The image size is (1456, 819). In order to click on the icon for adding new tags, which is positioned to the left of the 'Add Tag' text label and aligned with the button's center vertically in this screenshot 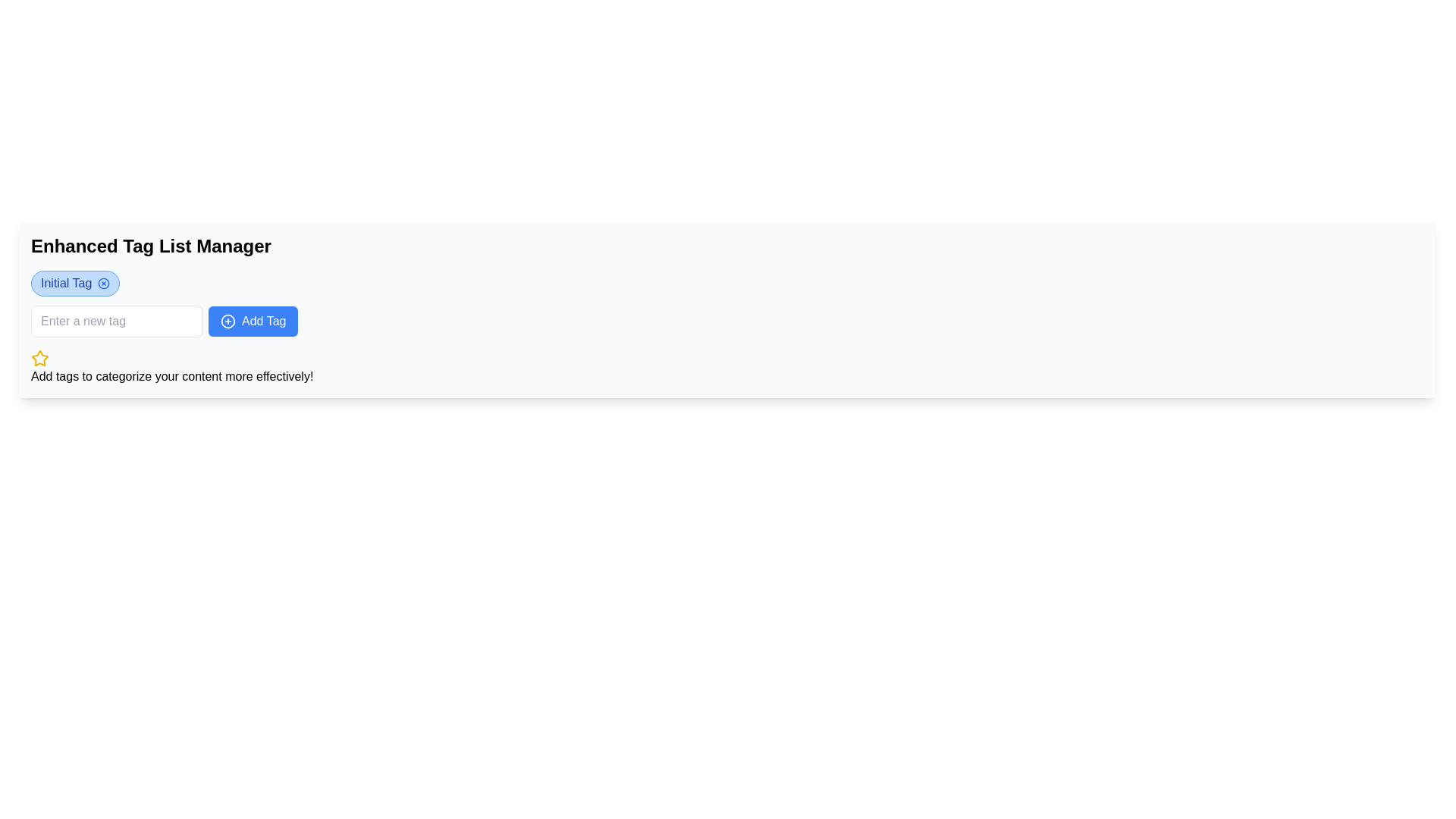, I will do `click(227, 321)`.